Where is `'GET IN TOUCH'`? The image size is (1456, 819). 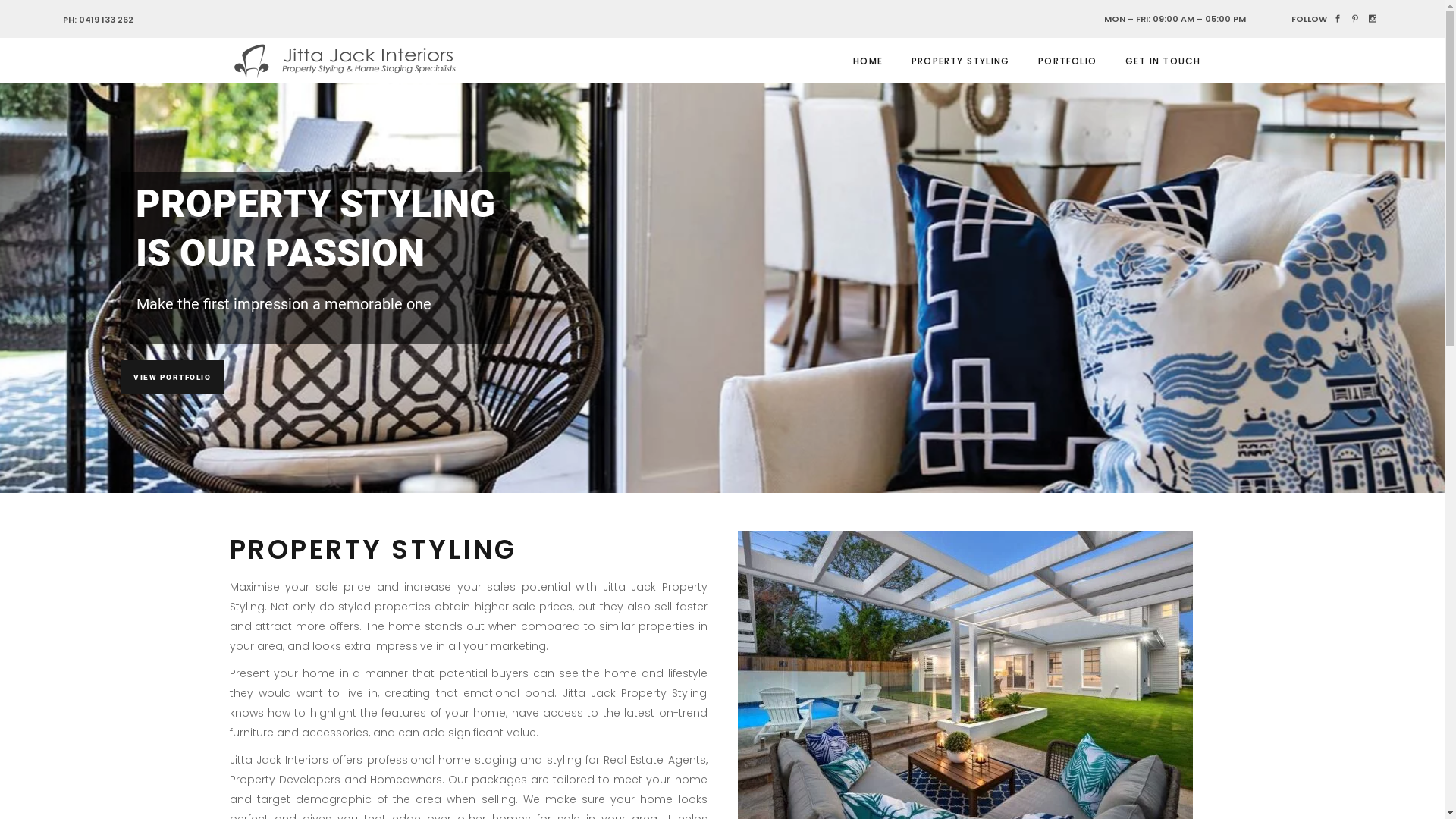 'GET IN TOUCH' is located at coordinates (1162, 60).